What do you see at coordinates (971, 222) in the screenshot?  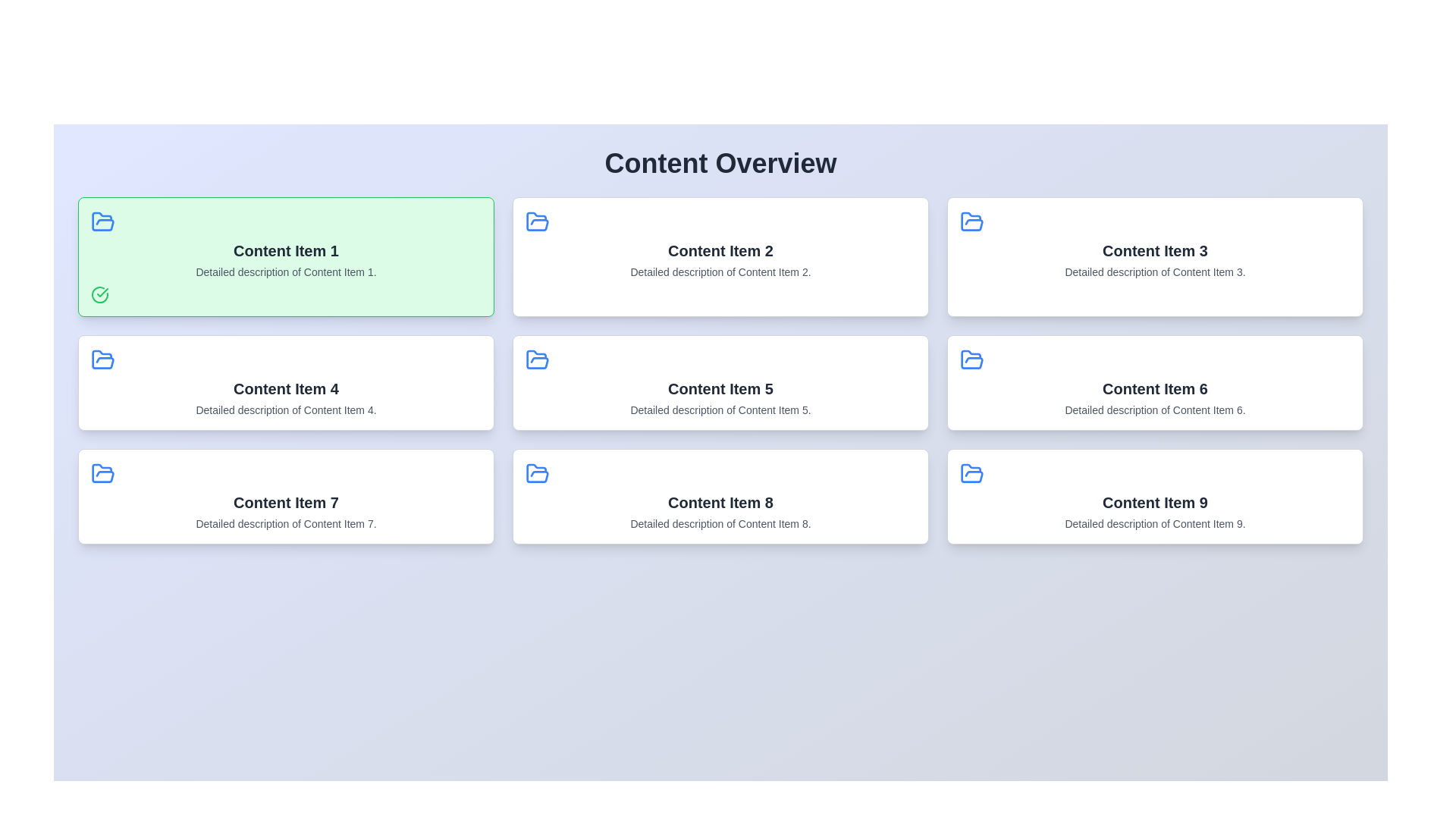 I see `the center of the folder icon located in the top-left corner of the card labeled 'Content Item 3'` at bounding box center [971, 222].